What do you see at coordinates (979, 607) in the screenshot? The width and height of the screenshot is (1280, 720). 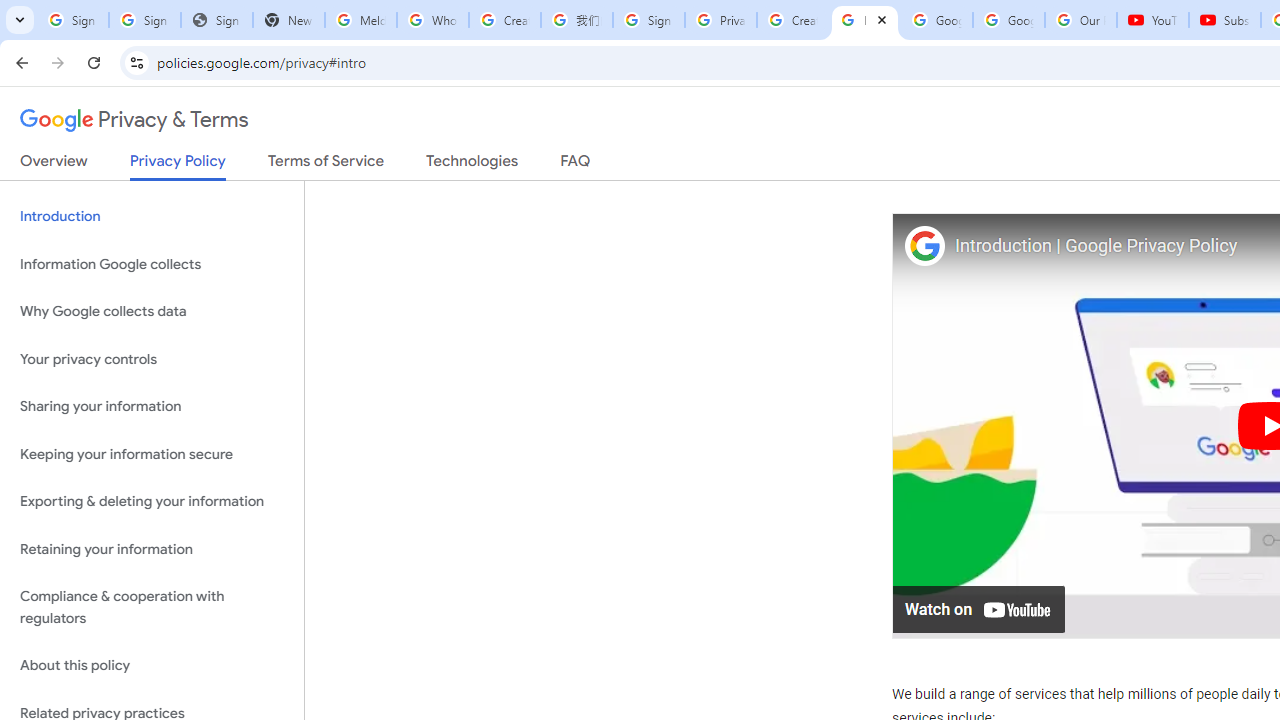 I see `'Watch on YouTube'` at bounding box center [979, 607].